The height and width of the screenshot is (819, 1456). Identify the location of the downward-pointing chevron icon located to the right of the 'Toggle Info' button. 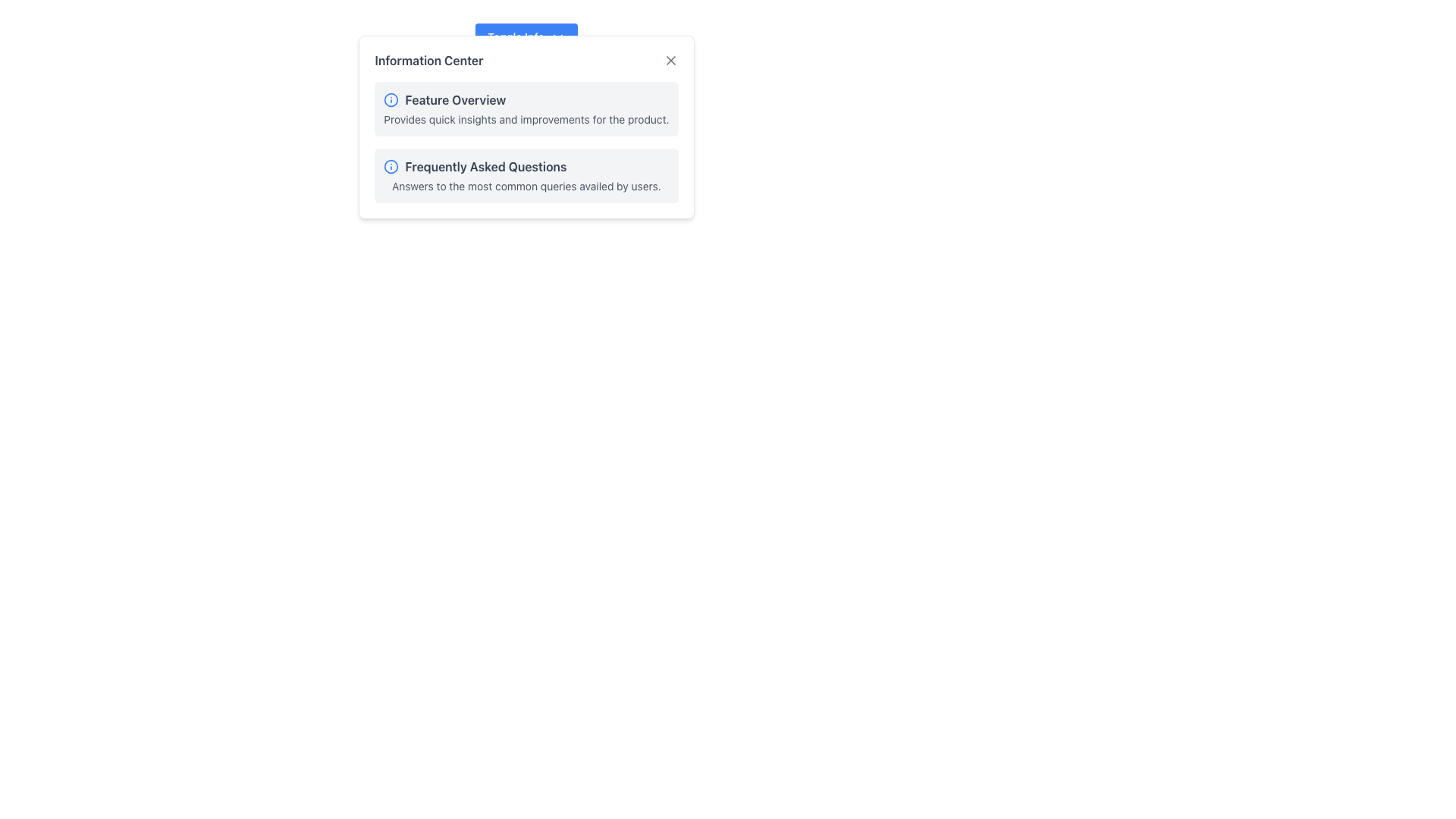
(557, 36).